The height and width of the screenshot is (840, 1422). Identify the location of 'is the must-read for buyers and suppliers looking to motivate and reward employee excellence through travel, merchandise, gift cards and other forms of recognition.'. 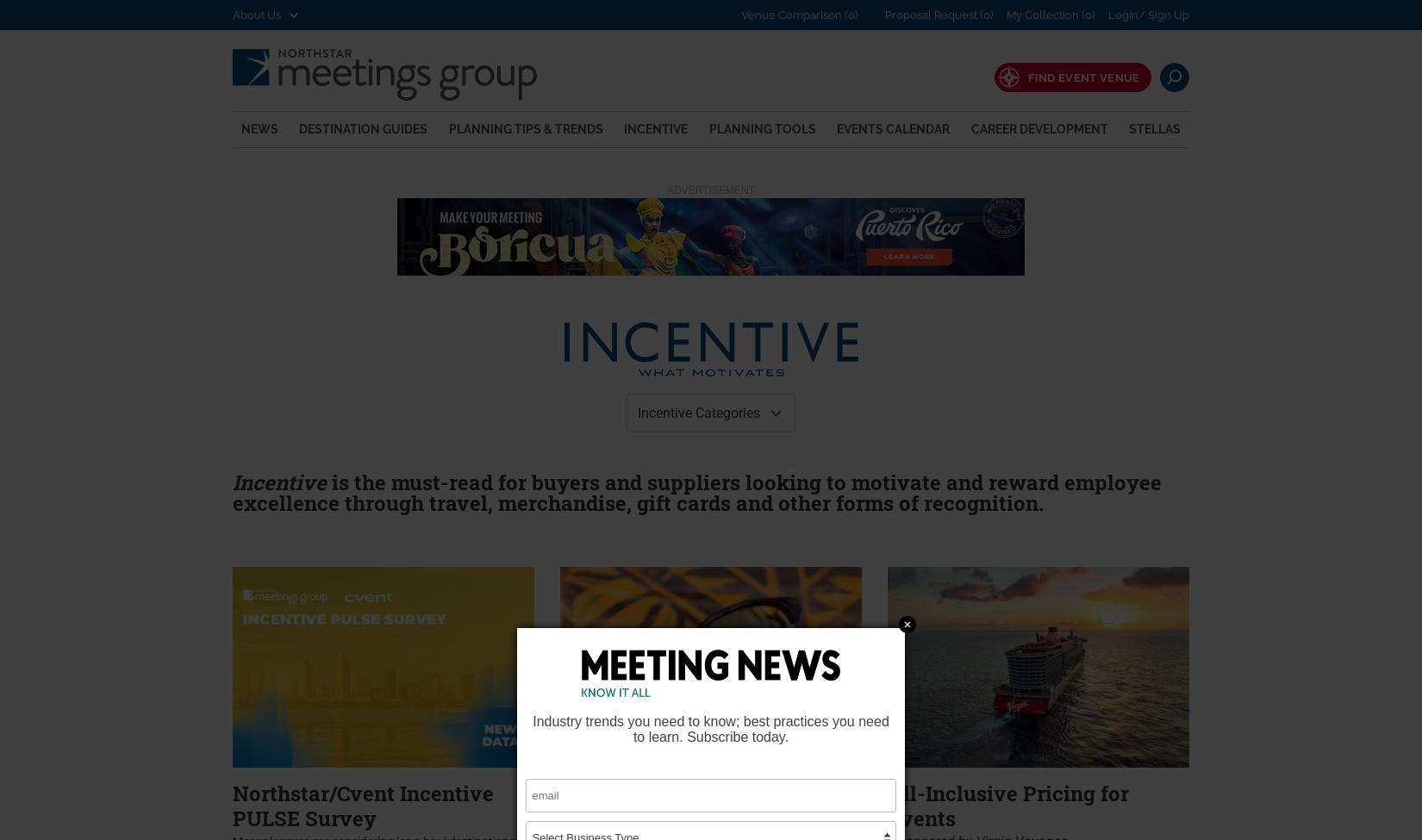
(695, 490).